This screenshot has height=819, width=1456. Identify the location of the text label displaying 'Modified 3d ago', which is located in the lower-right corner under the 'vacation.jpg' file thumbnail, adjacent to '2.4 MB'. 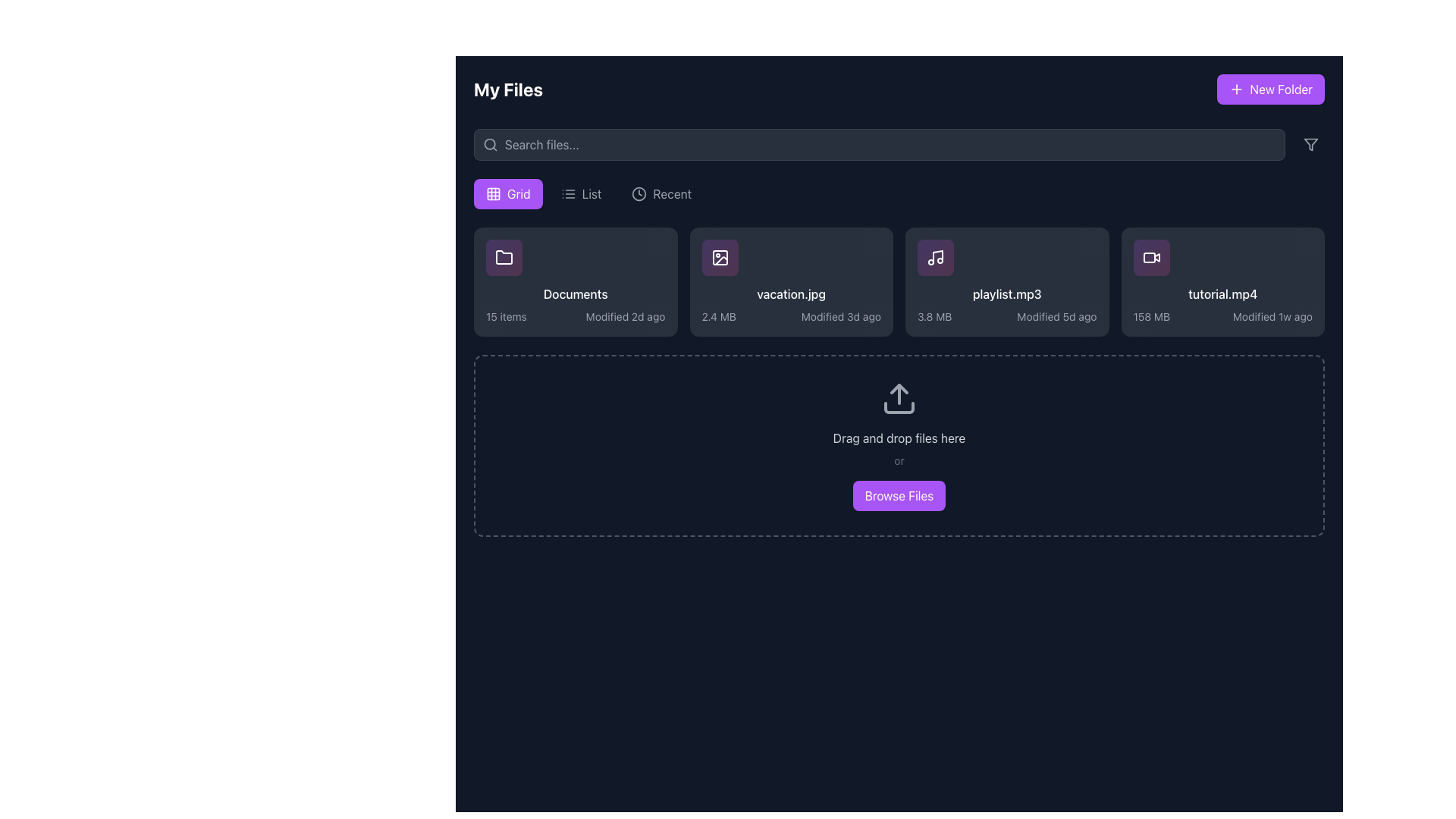
(840, 315).